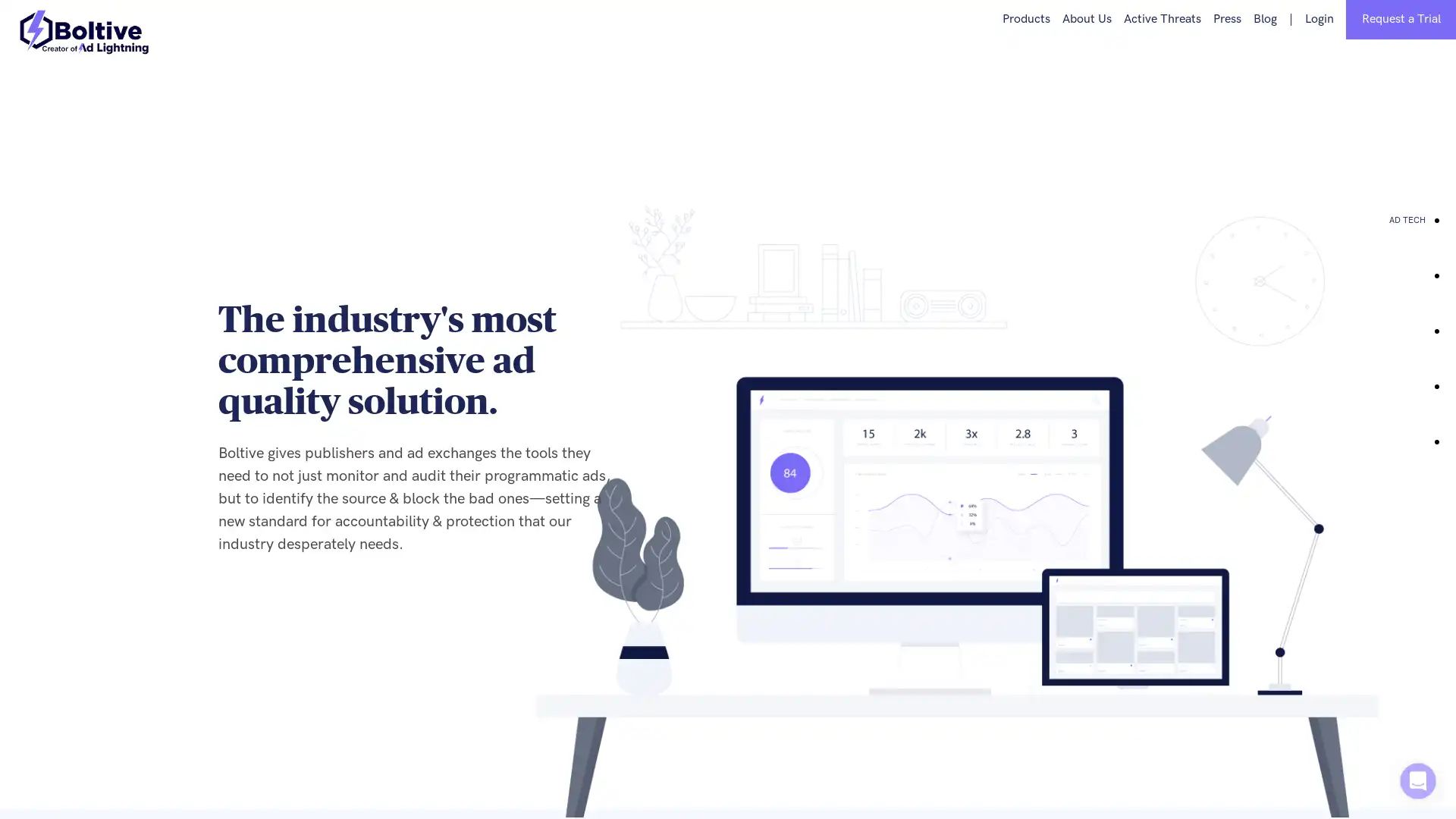  I want to click on Open Intercom Messenger, so click(1417, 780).